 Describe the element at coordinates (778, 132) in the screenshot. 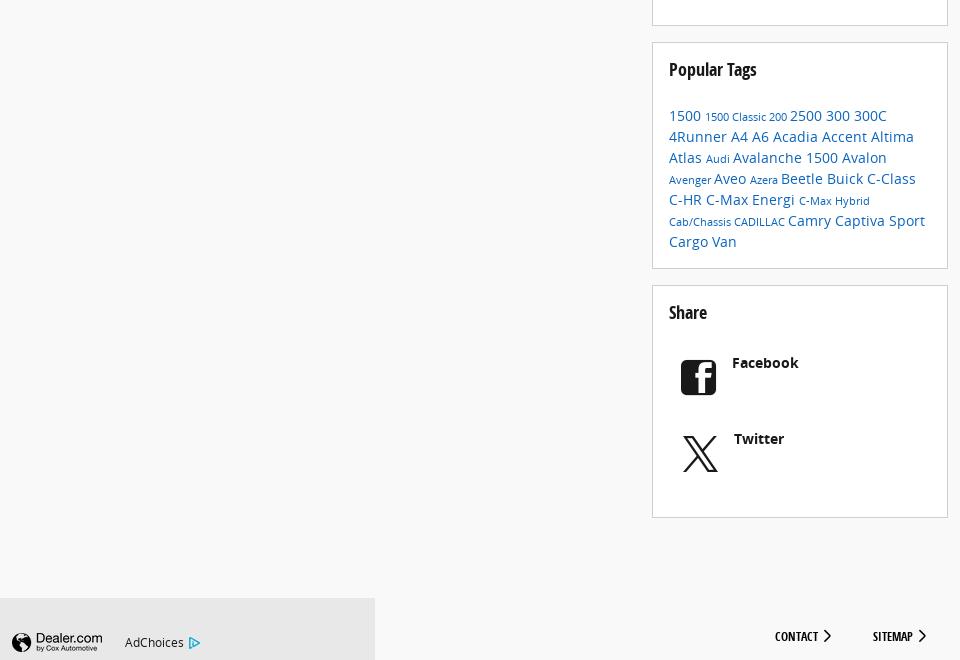

I see `'200'` at that location.